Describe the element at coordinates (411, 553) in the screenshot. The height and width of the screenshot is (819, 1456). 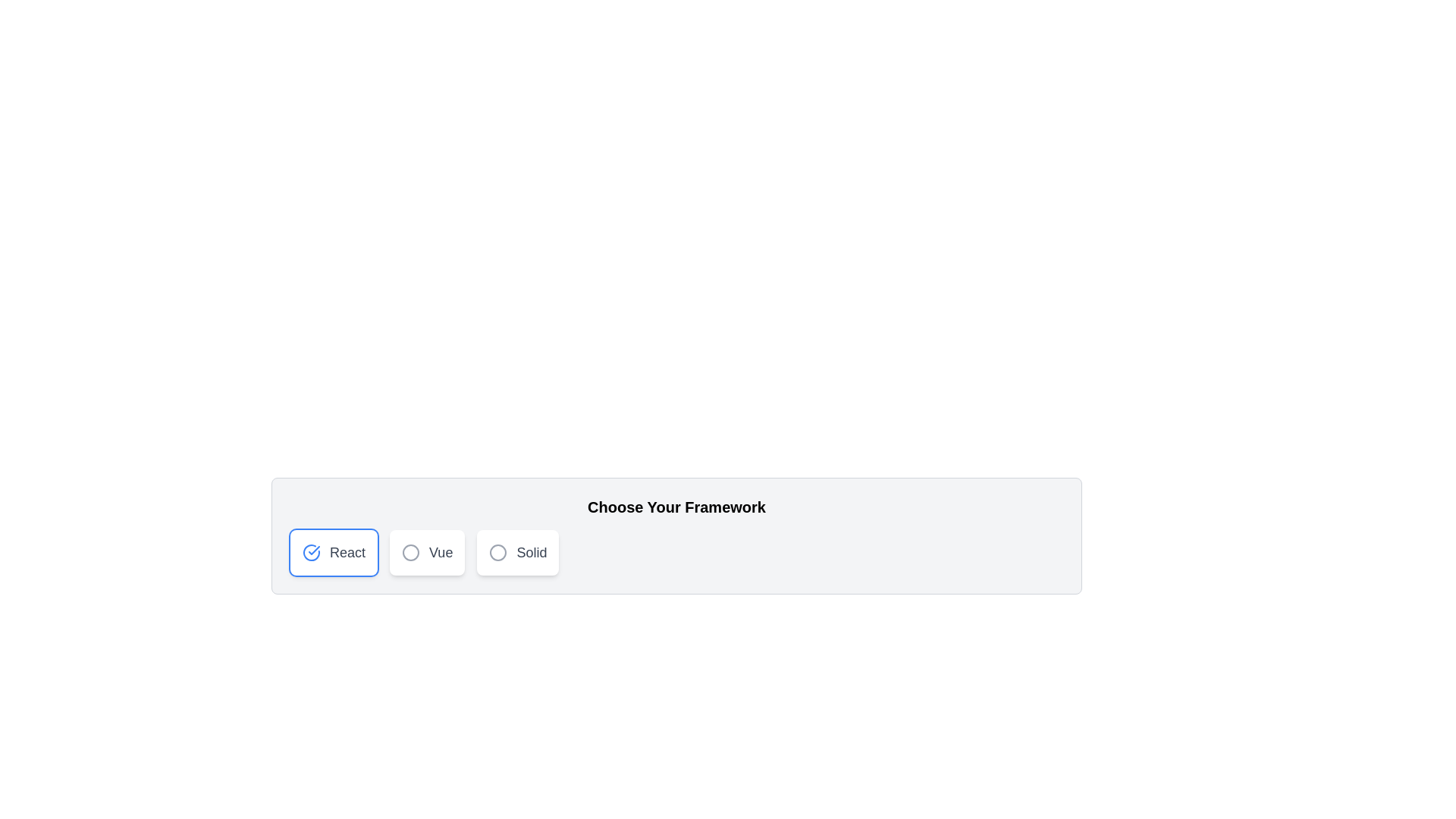
I see `the circular graphic within the 'Vue' button, which is the second button in a row of three framework options` at that location.